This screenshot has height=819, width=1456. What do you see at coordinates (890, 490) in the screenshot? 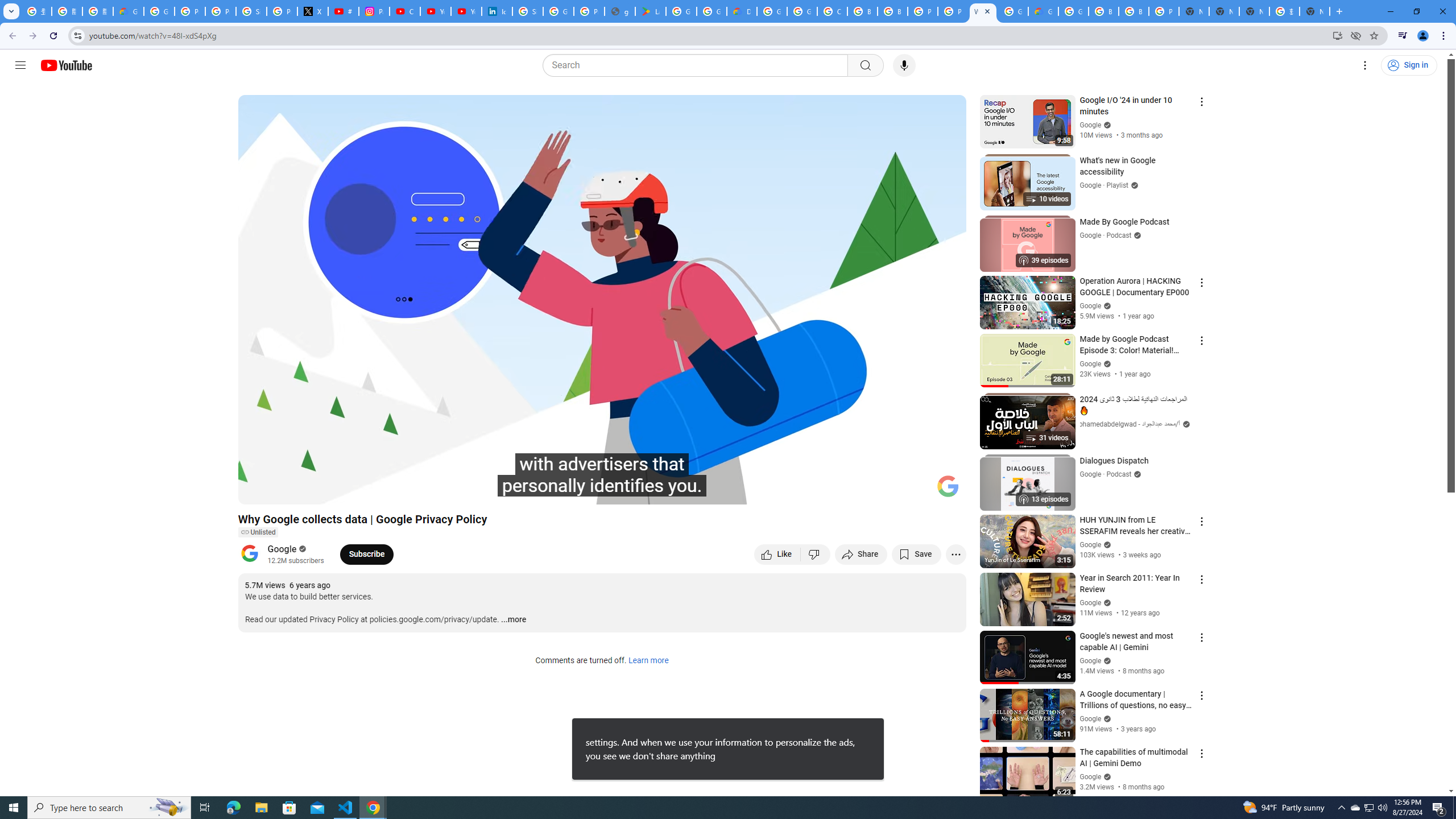
I see `'Miniplayer (i)'` at bounding box center [890, 490].